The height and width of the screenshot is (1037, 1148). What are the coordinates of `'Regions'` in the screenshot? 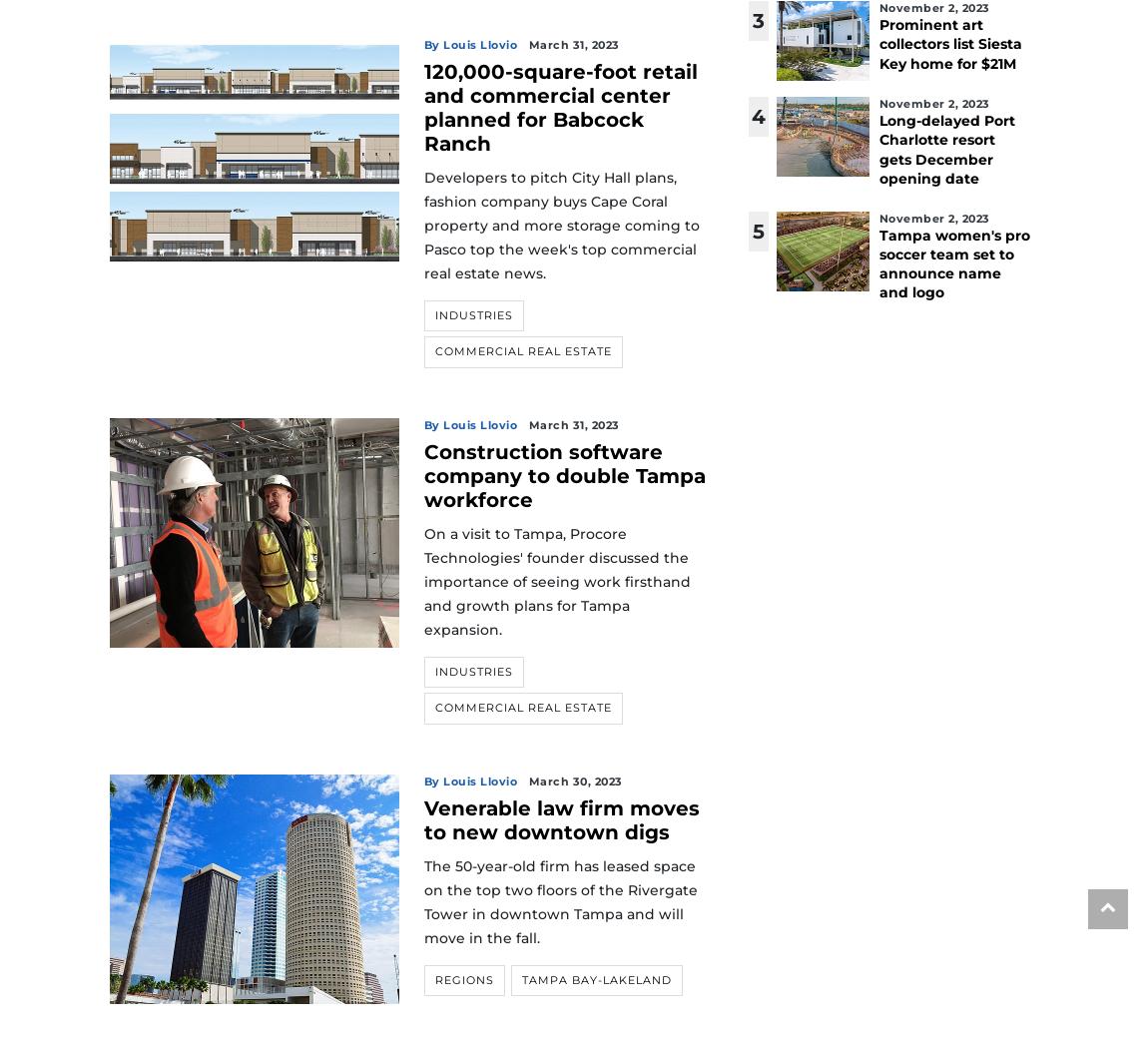 It's located at (434, 979).